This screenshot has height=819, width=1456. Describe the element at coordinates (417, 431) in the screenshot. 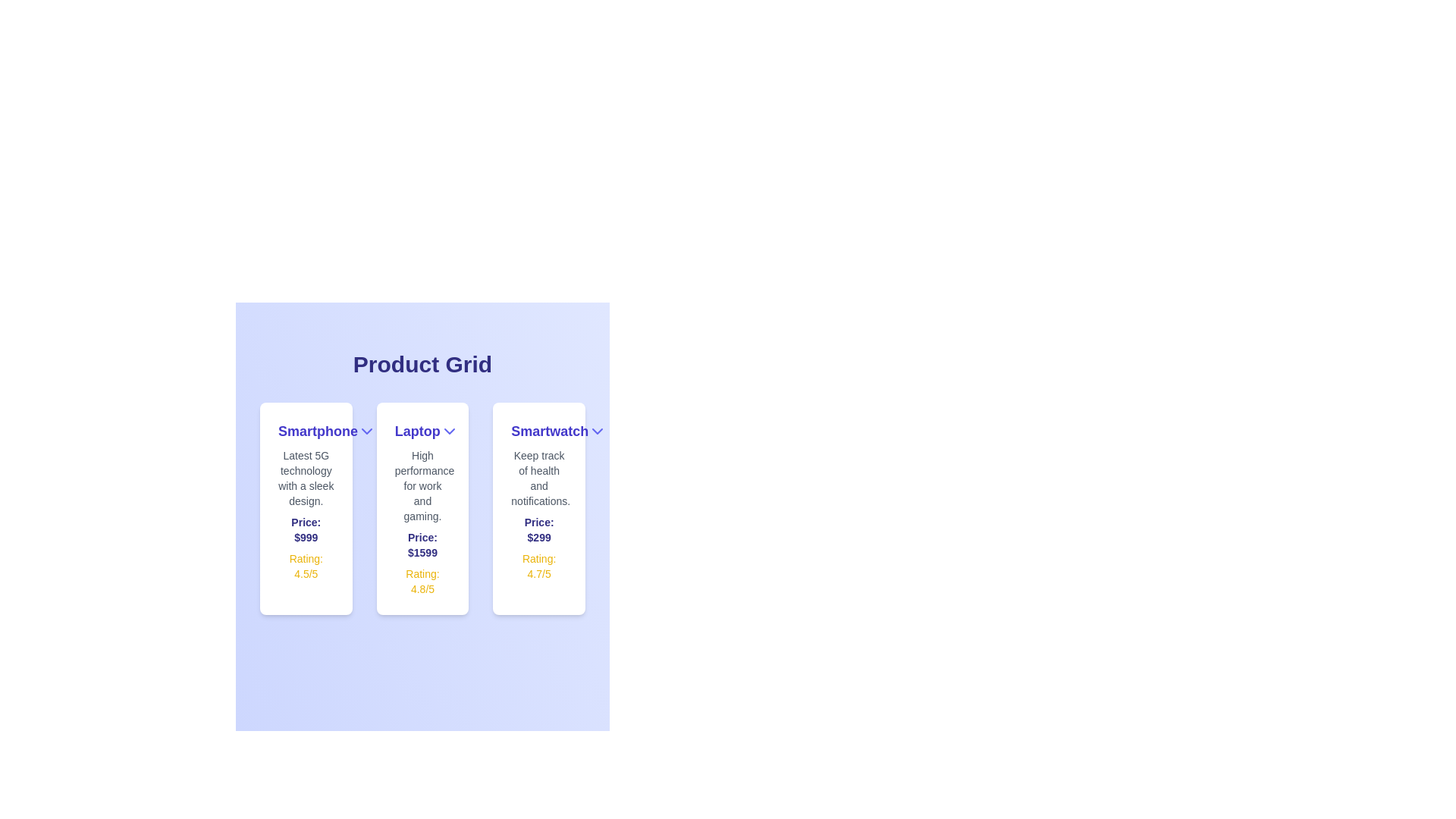

I see `text content of the 'Laptop' label located at the top of the second card in the 'Product Grid'` at that location.